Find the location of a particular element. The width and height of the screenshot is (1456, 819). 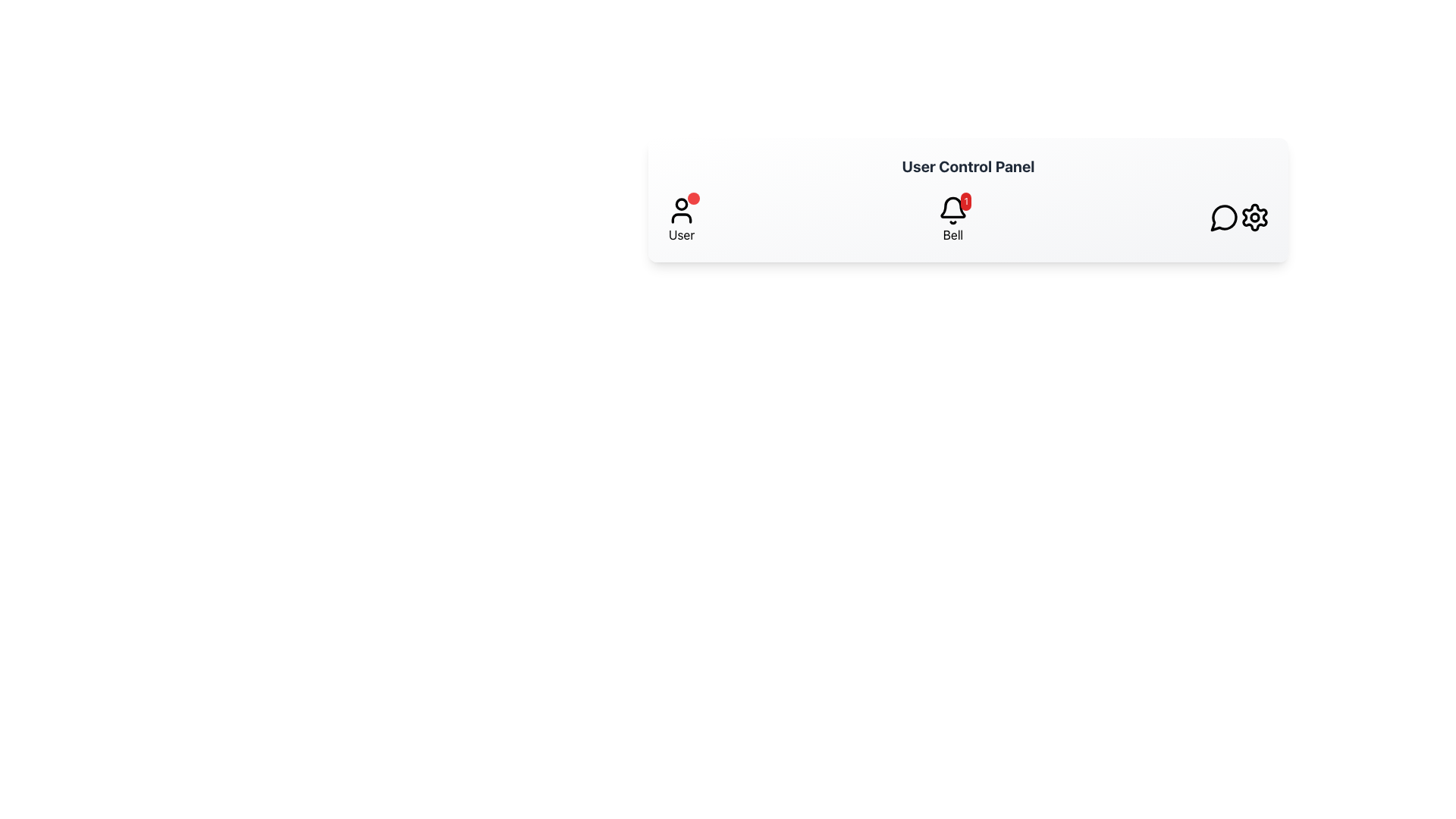

the notification button in the User Control Panel is located at coordinates (967, 219).